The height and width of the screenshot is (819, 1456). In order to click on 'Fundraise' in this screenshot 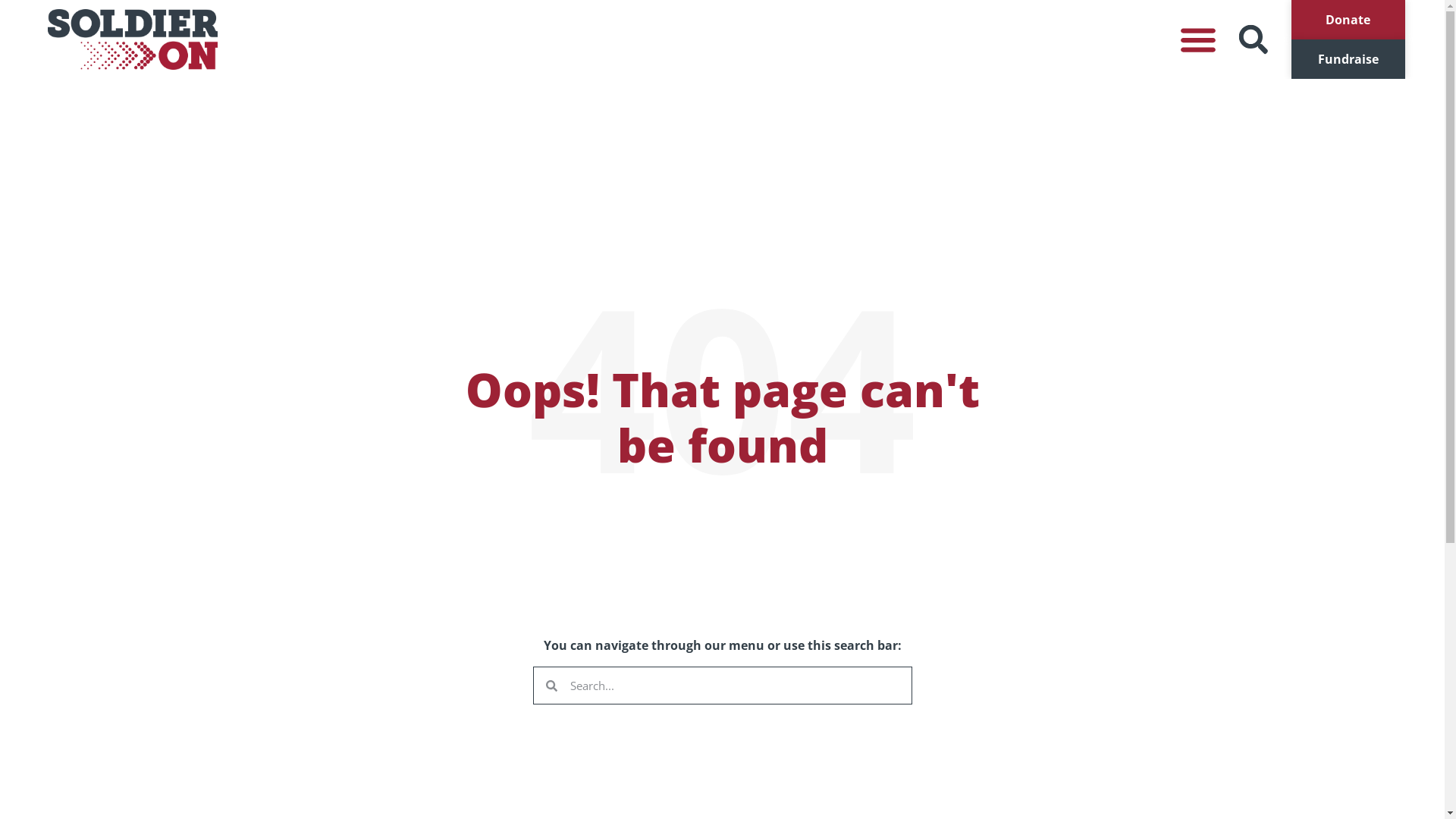, I will do `click(1347, 58)`.